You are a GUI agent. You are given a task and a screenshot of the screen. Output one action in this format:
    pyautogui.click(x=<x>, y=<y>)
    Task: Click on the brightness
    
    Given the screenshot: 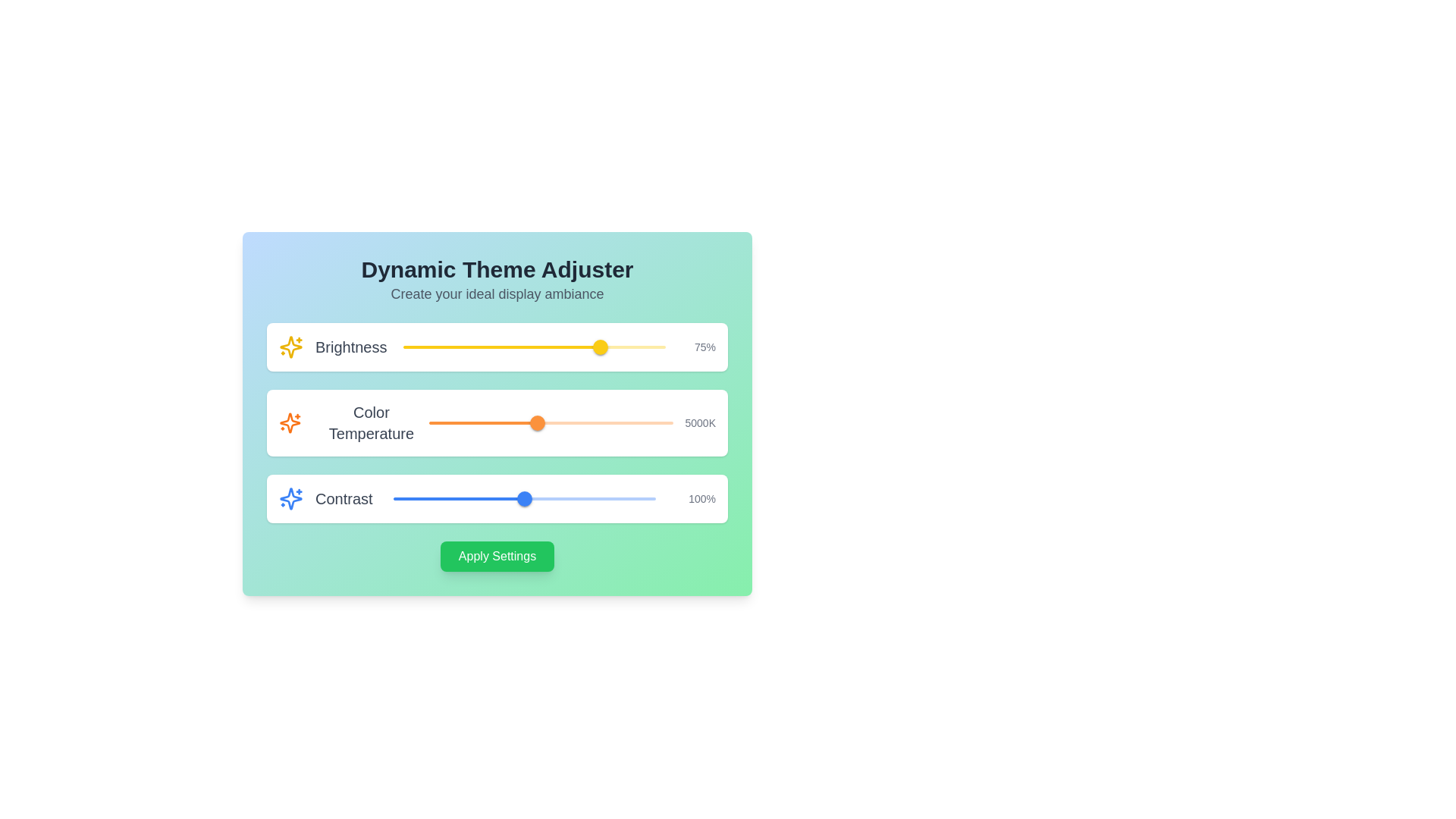 What is the action you would take?
    pyautogui.click(x=588, y=347)
    